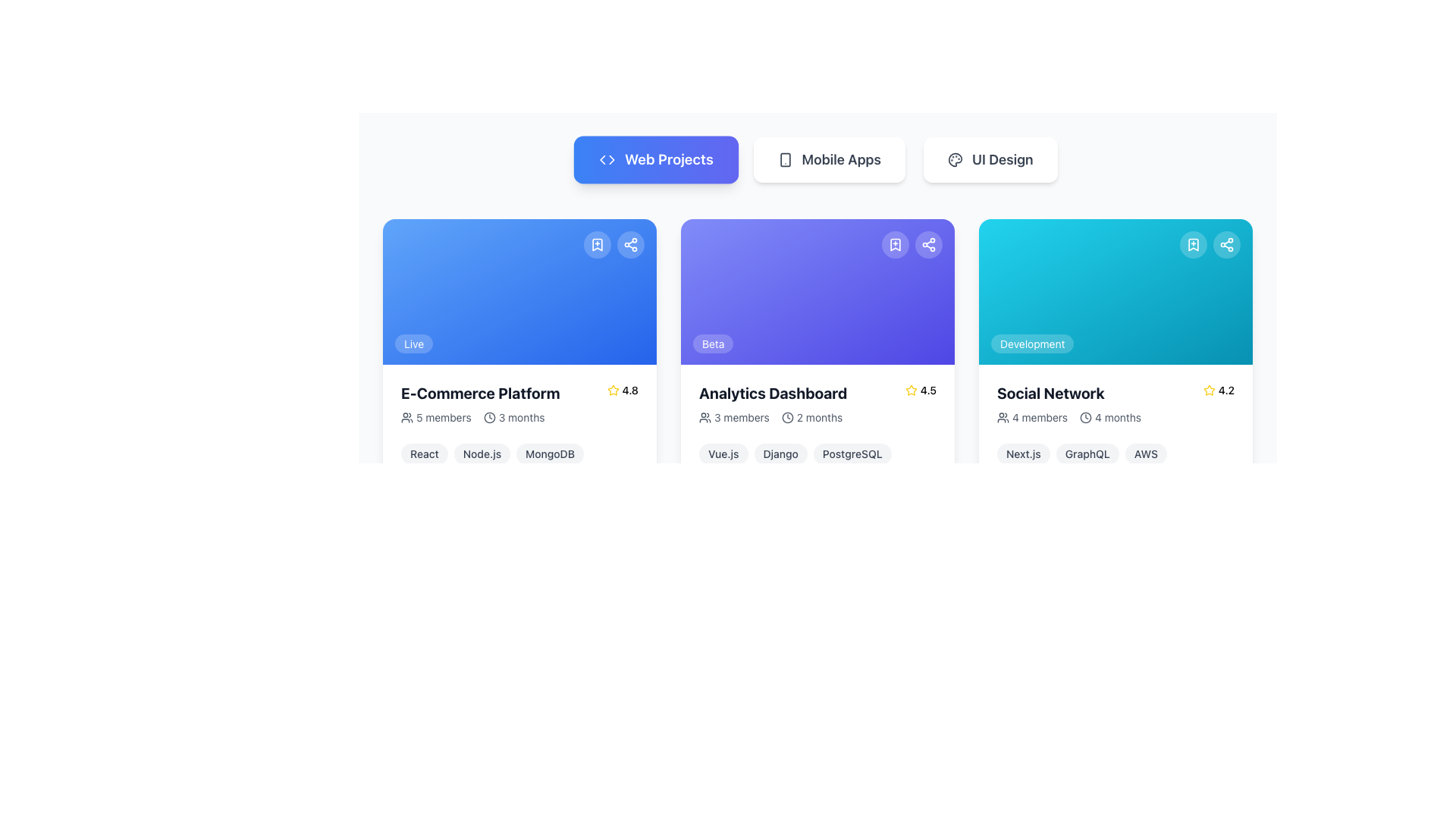  I want to click on the graphical icon representing multiple users, which is located to the left of the text '4 members' in the 'Social Network' card, so click(1003, 418).